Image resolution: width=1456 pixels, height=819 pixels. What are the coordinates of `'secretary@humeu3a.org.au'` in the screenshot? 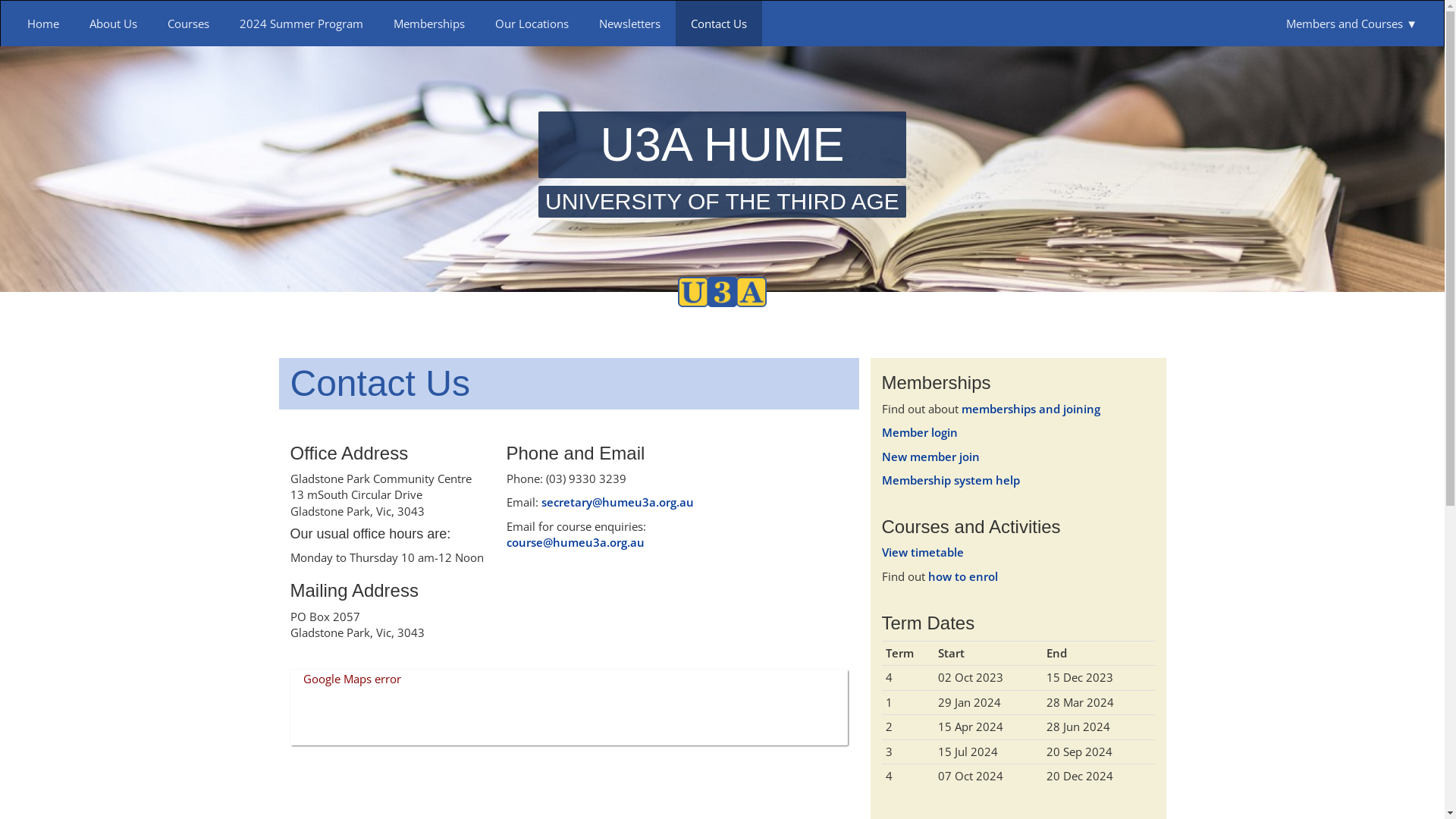 It's located at (617, 502).